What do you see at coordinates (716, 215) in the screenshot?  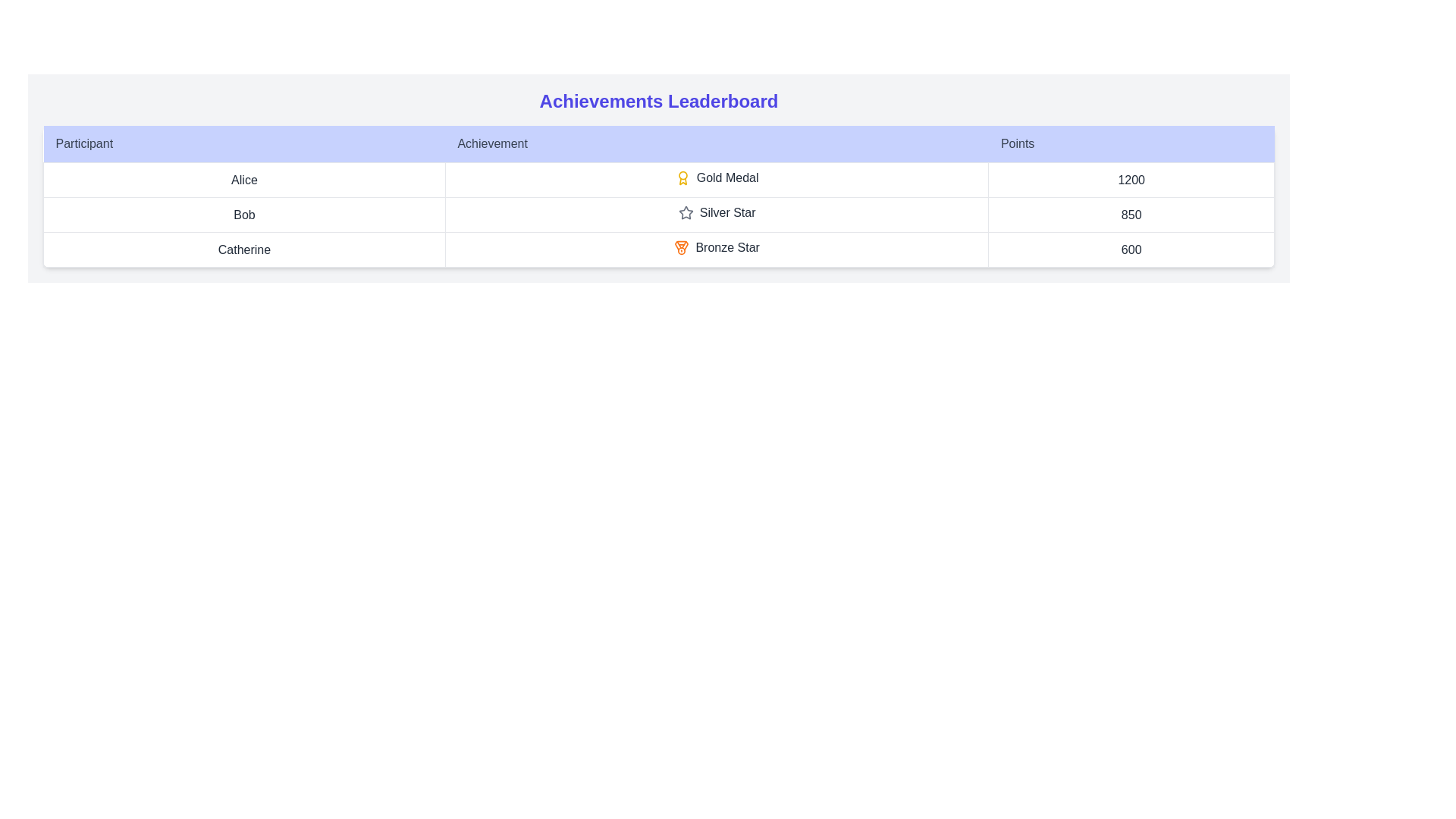 I see `the 'Silver Star' achievement icon for participant 'Bob' in the leaderboard table, located in the 'Achievement' column, second row` at bounding box center [716, 215].